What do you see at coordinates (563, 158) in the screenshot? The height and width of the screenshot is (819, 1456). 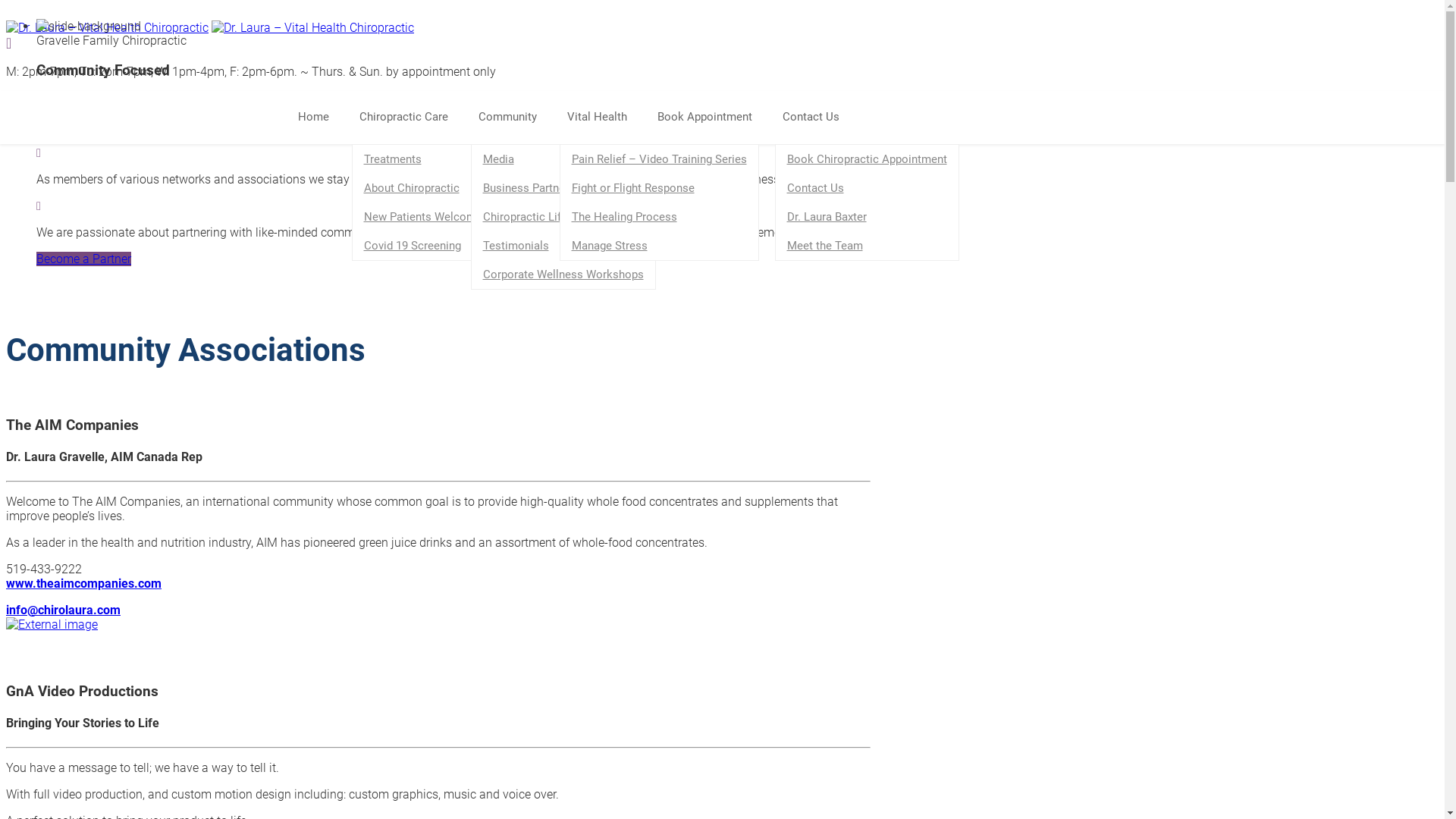 I see `'Media'` at bounding box center [563, 158].